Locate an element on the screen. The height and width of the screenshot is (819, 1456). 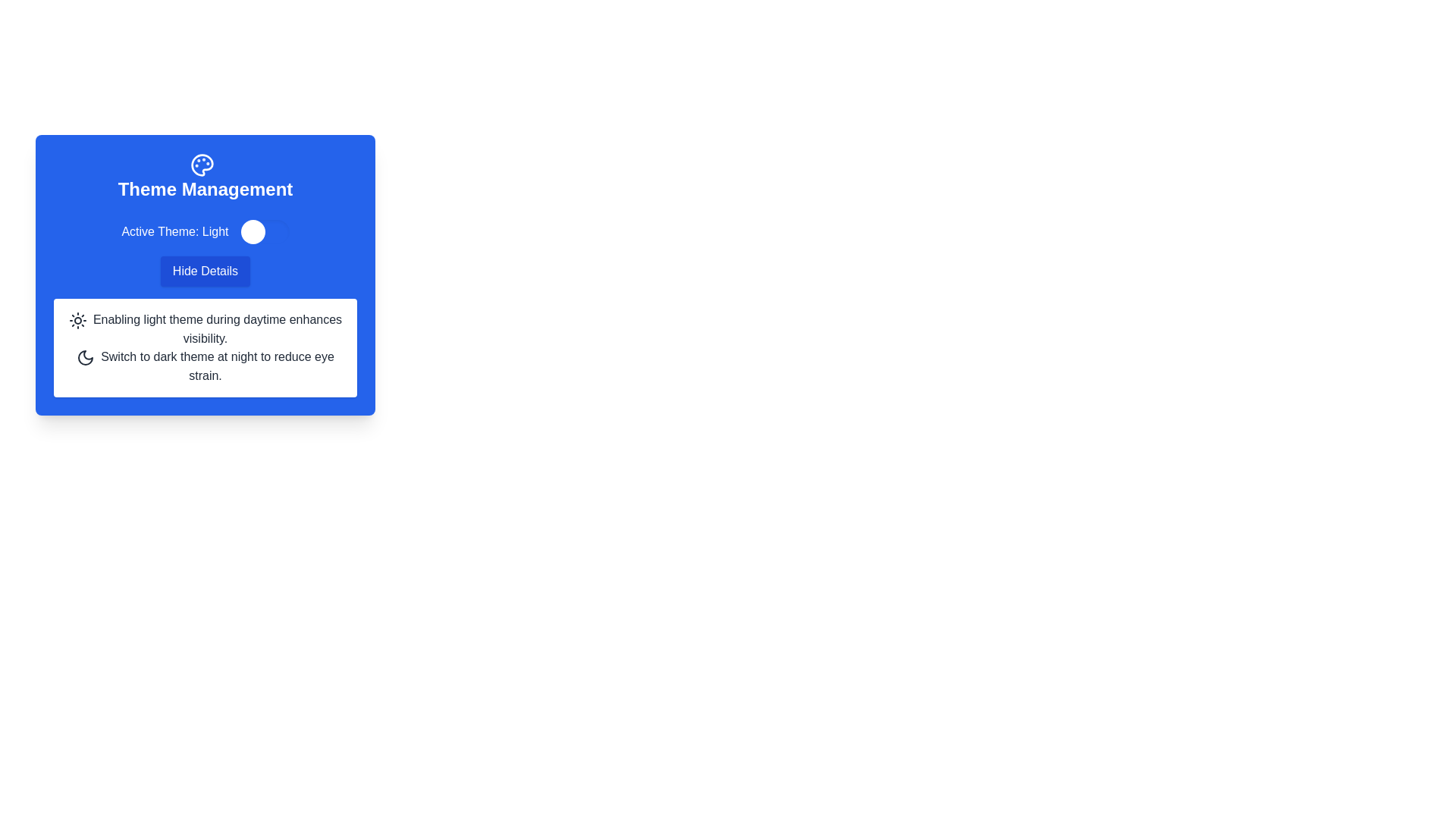
the white circular handle of the toggle switch located is located at coordinates (265, 231).